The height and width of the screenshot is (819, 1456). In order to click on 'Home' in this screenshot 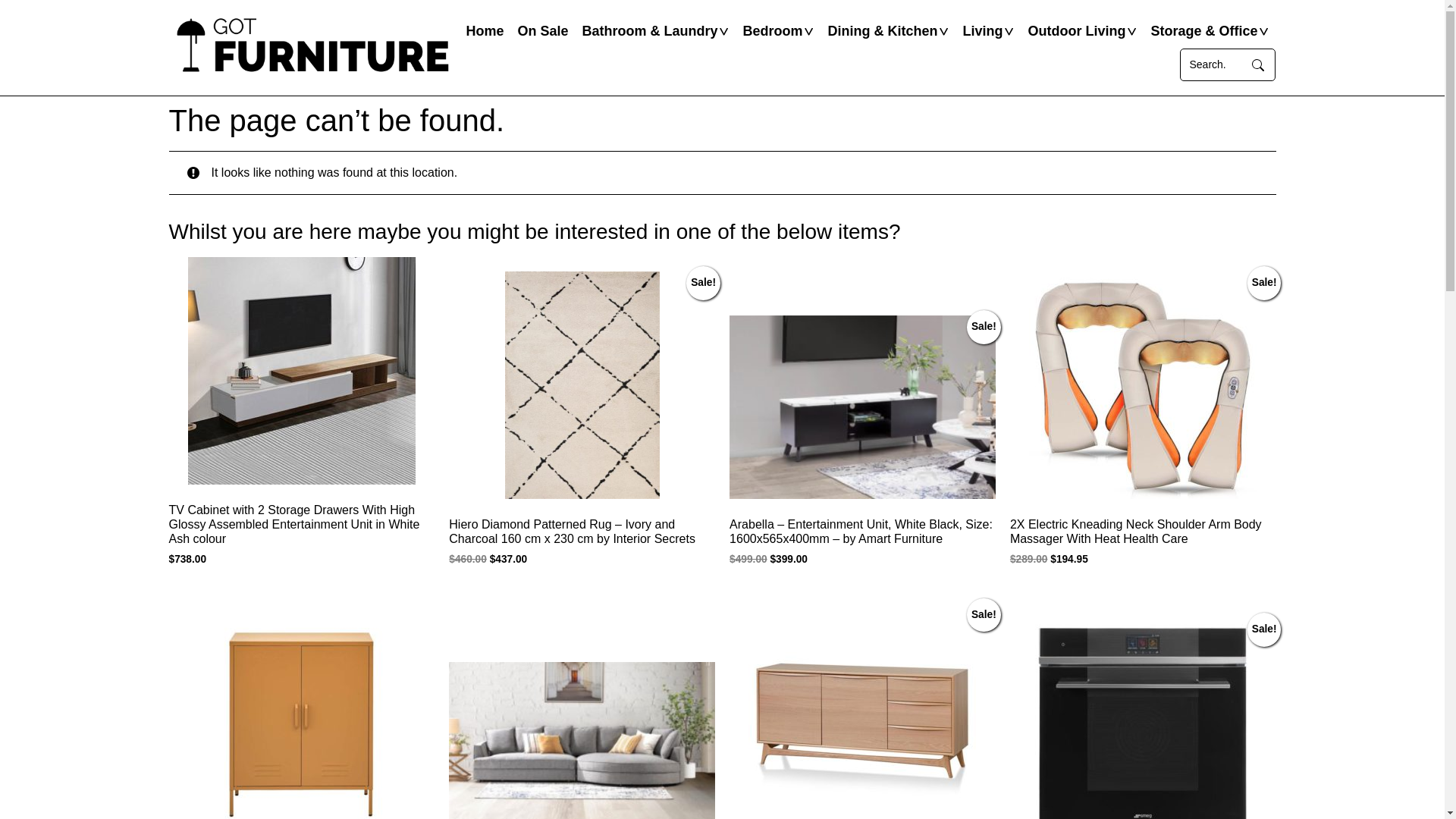, I will do `click(483, 31)`.